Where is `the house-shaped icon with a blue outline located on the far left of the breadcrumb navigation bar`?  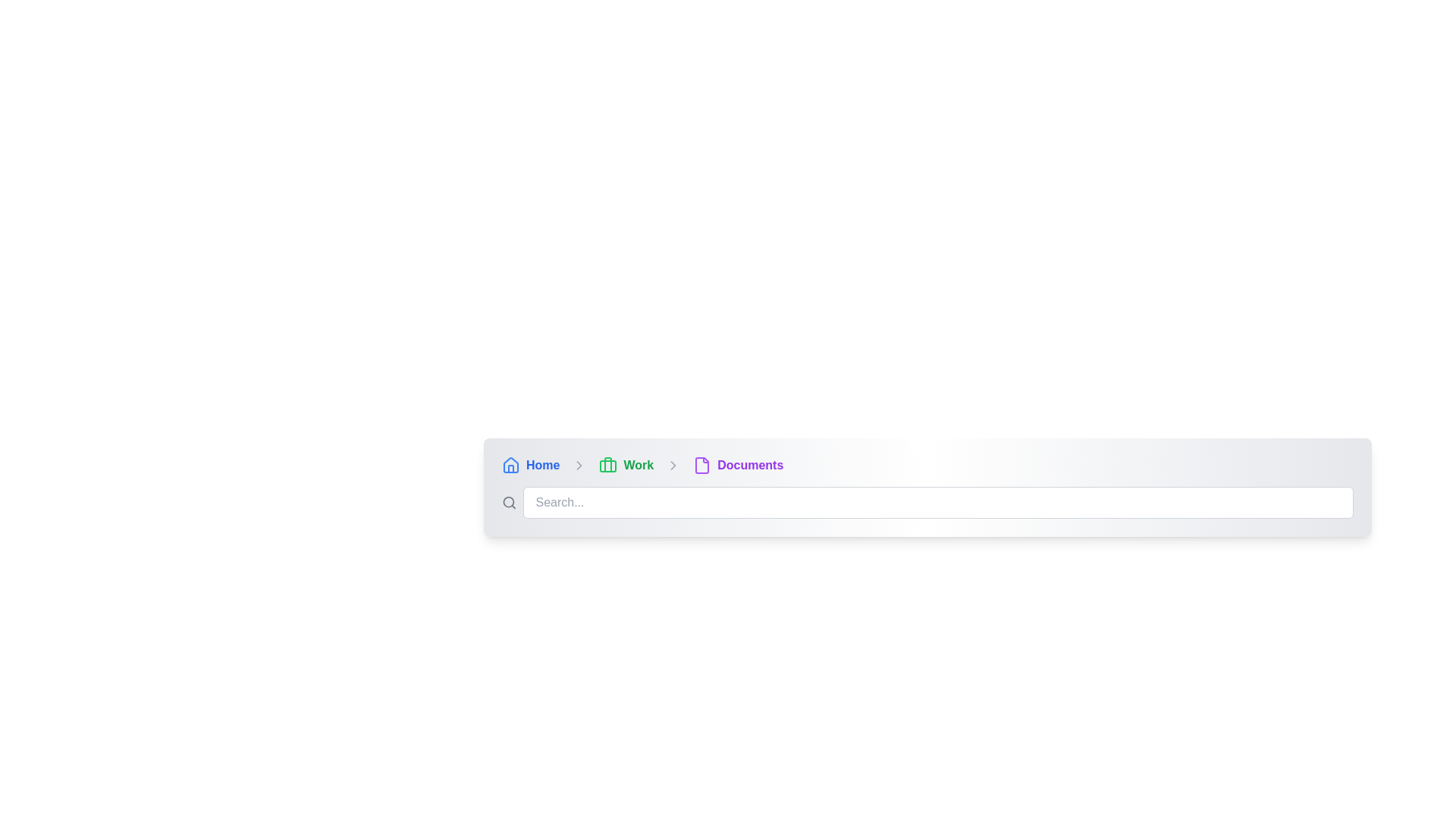 the house-shaped icon with a blue outline located on the far left of the breadcrumb navigation bar is located at coordinates (510, 464).